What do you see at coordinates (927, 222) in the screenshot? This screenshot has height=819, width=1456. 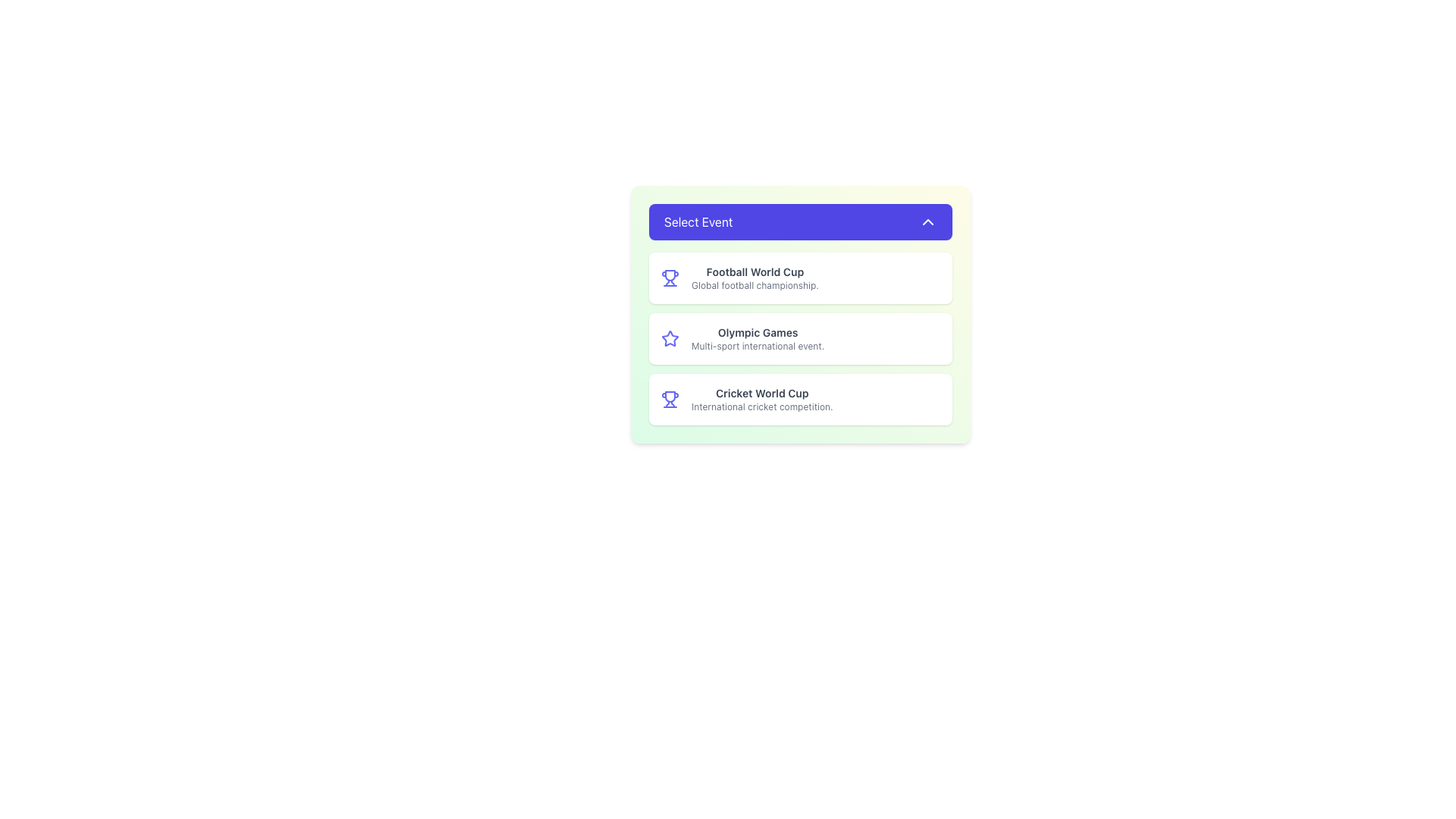 I see `the small upward-pointing chevron icon located inside the blue button-like area labeled 'Select Event' in the top-right corner` at bounding box center [927, 222].